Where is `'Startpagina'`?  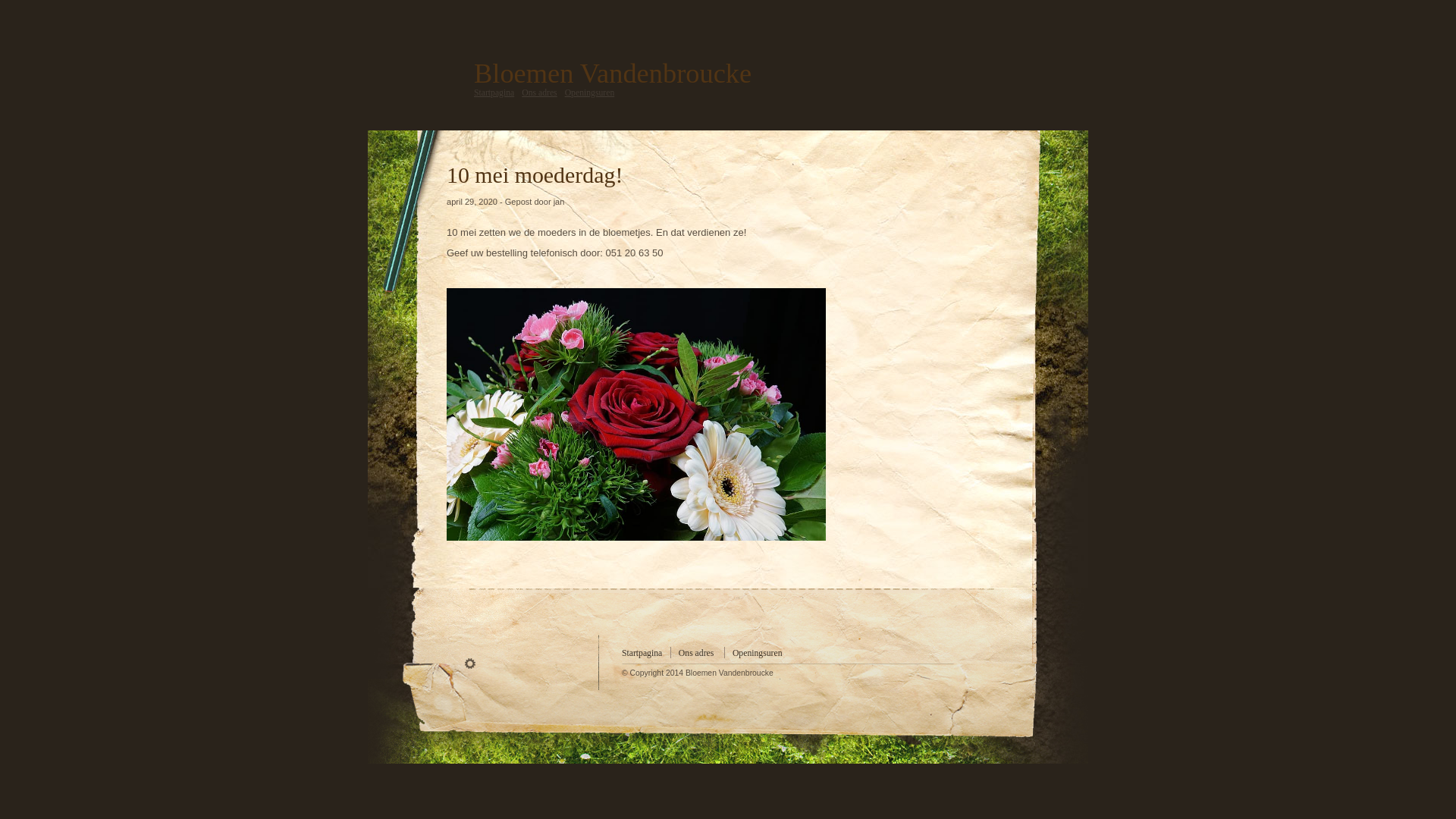
'Startpagina' is located at coordinates (642, 652).